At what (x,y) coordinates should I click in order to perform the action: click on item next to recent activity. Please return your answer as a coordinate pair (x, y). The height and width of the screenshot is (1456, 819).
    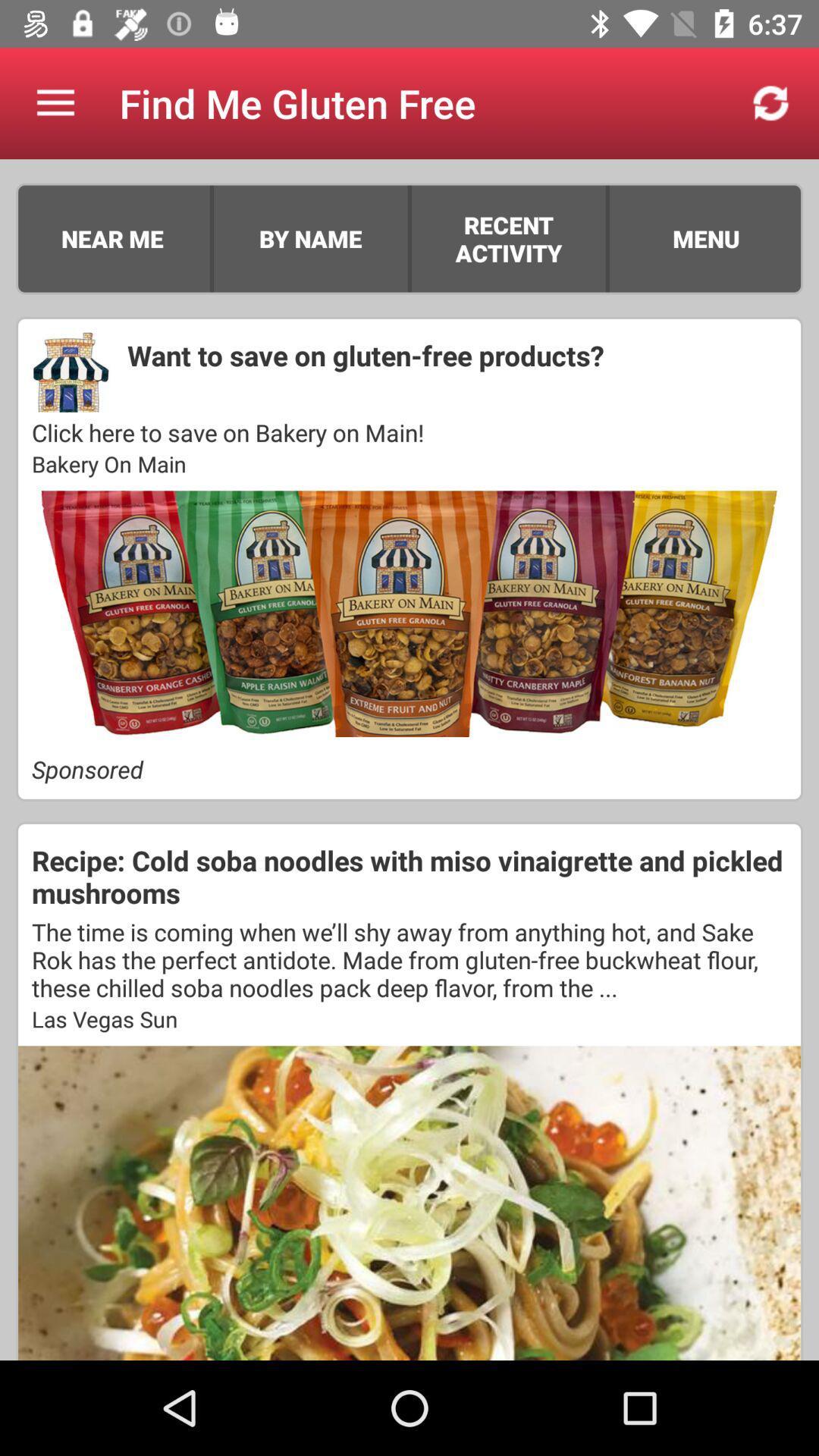
    Looking at the image, I should click on (409, 238).